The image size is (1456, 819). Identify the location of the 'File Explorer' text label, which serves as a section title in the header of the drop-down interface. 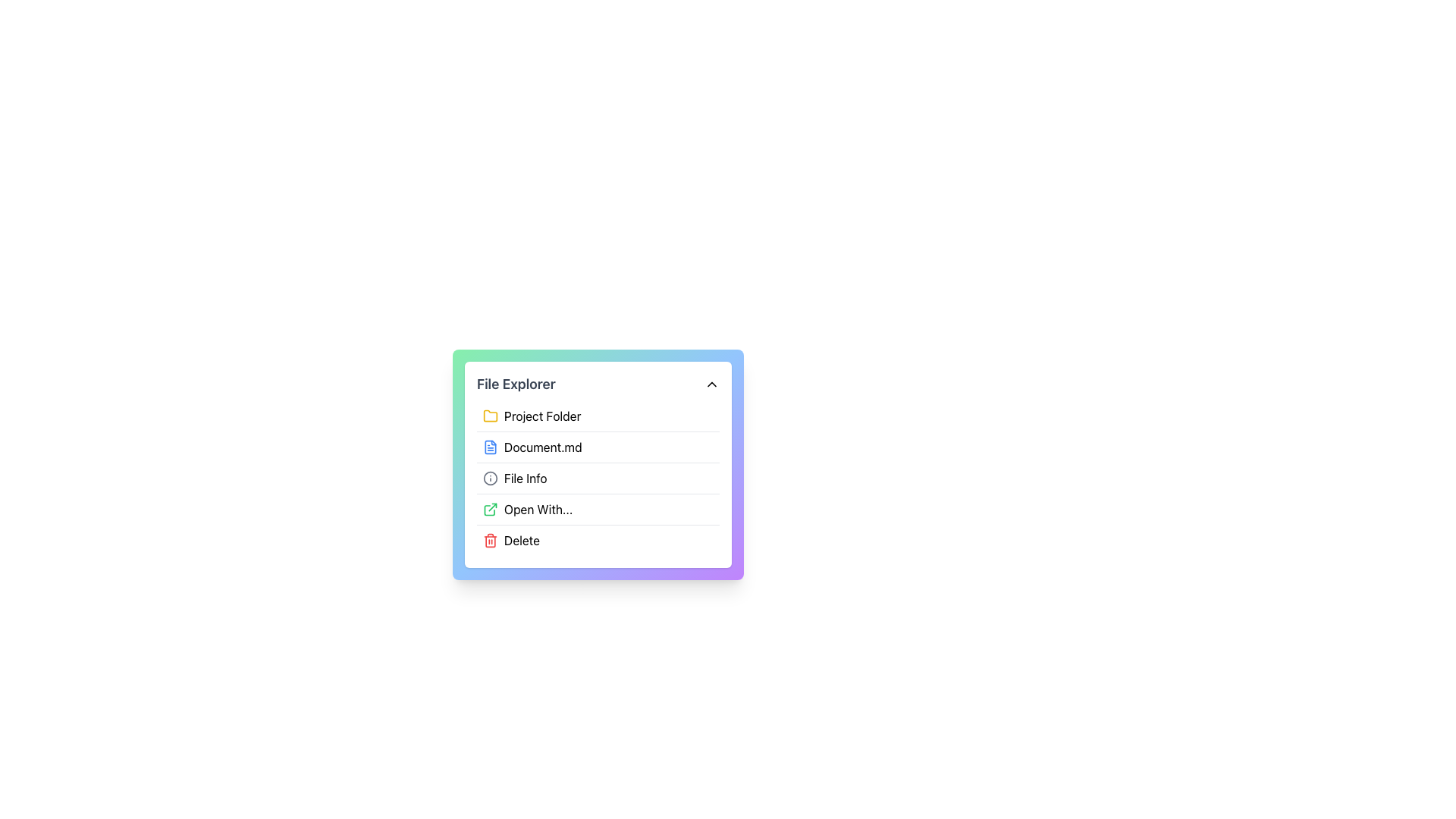
(516, 383).